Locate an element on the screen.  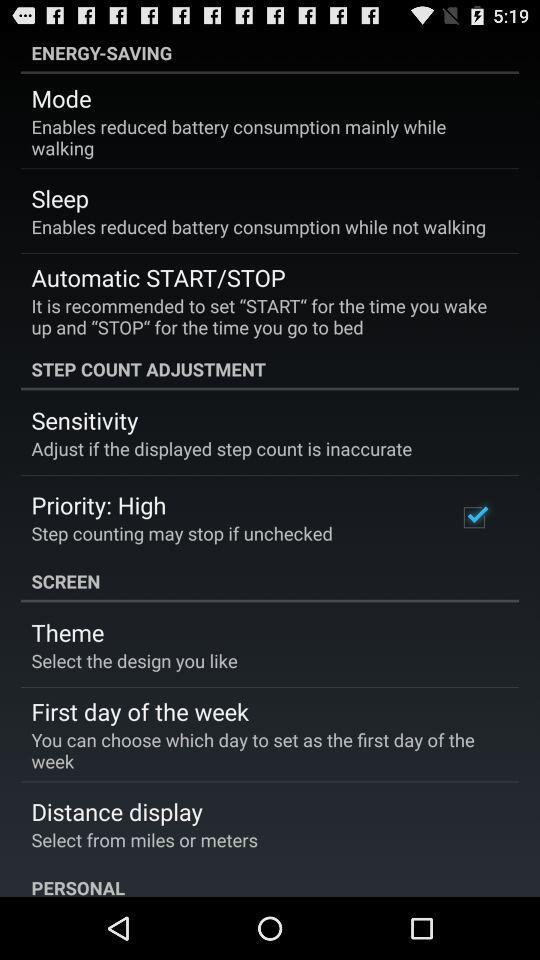
icon above select the design is located at coordinates (67, 631).